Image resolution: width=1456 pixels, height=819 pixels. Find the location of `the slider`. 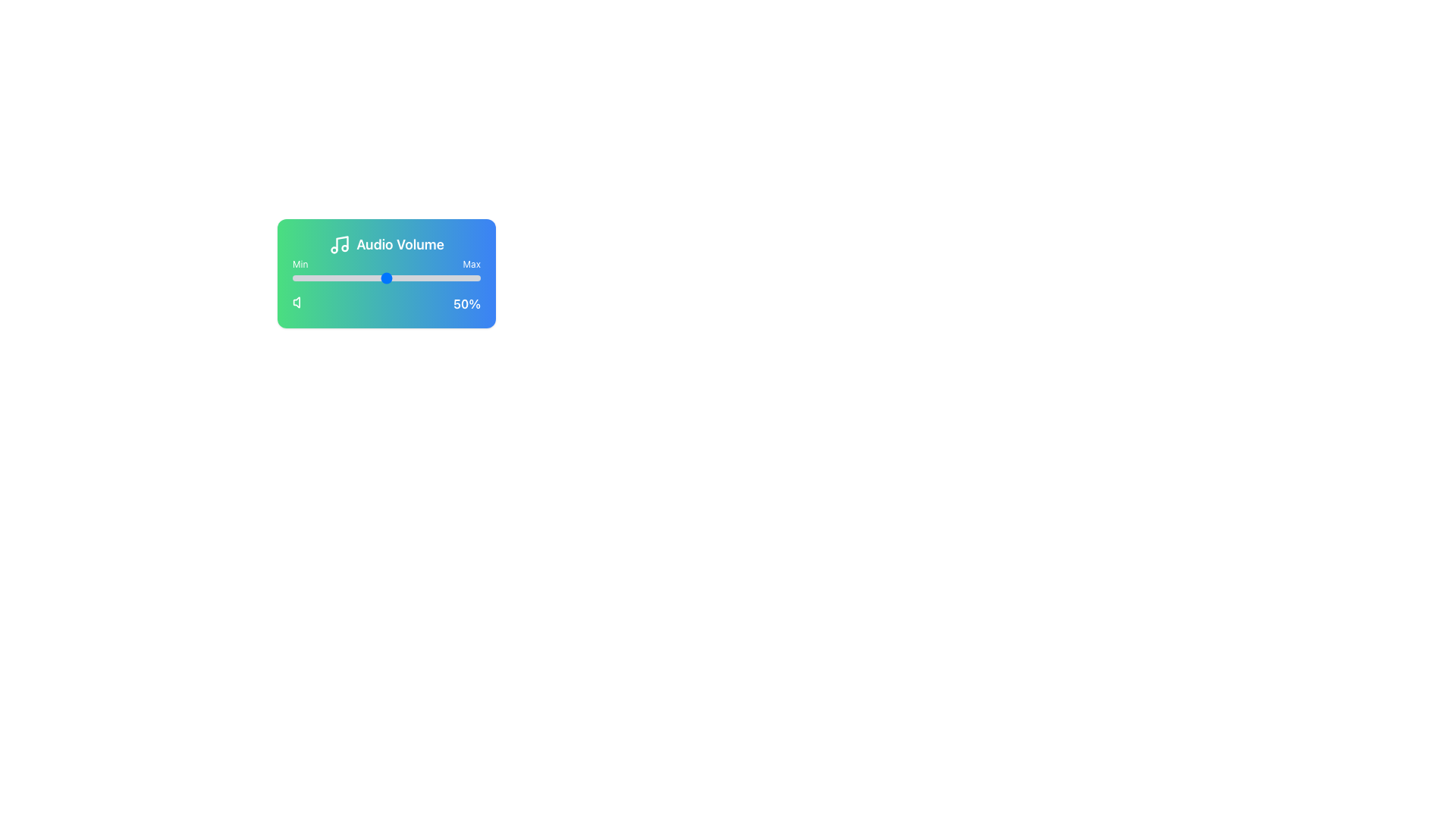

the slider is located at coordinates (381, 278).